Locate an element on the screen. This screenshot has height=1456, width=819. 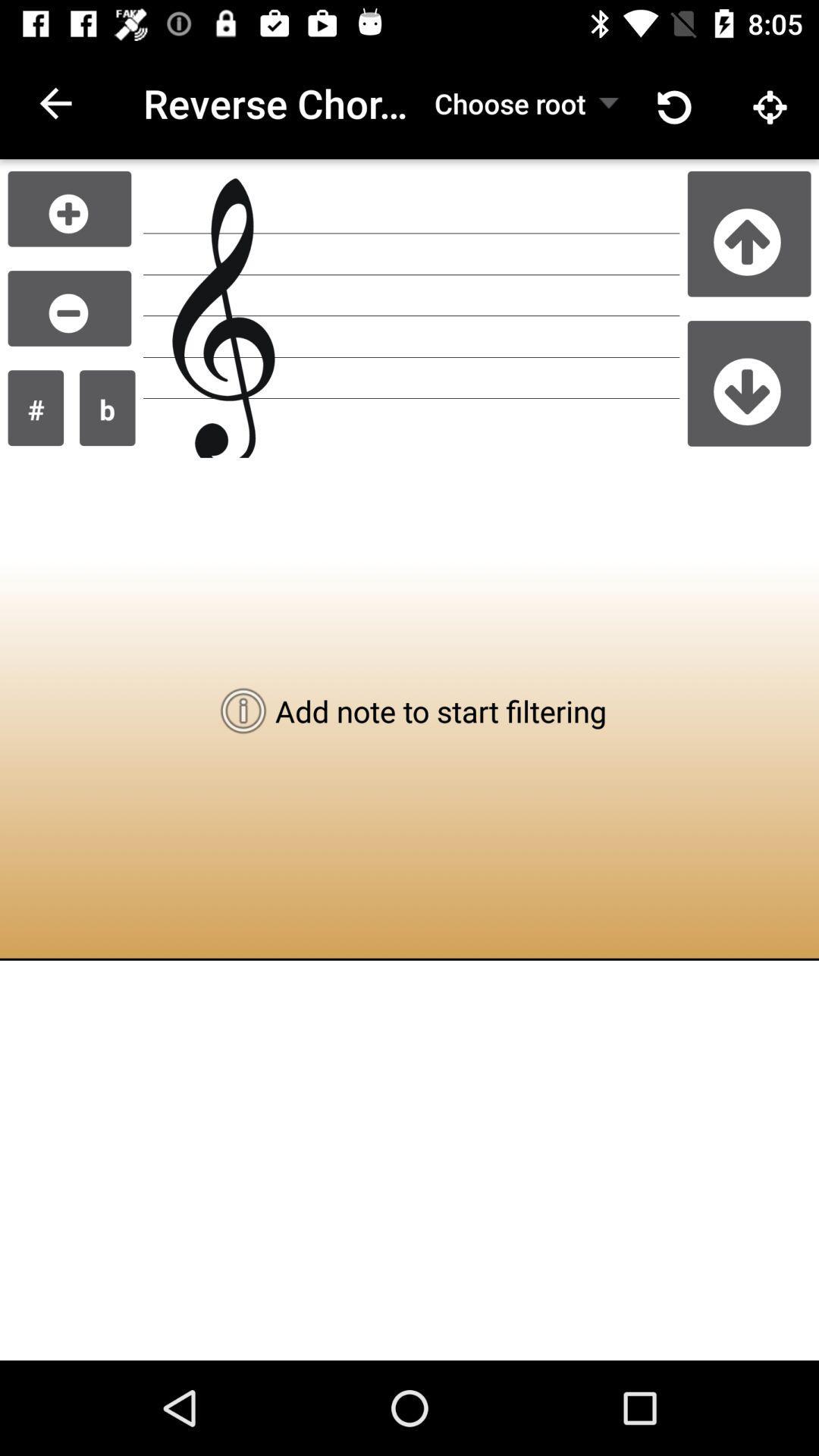
more options is located at coordinates (69, 208).